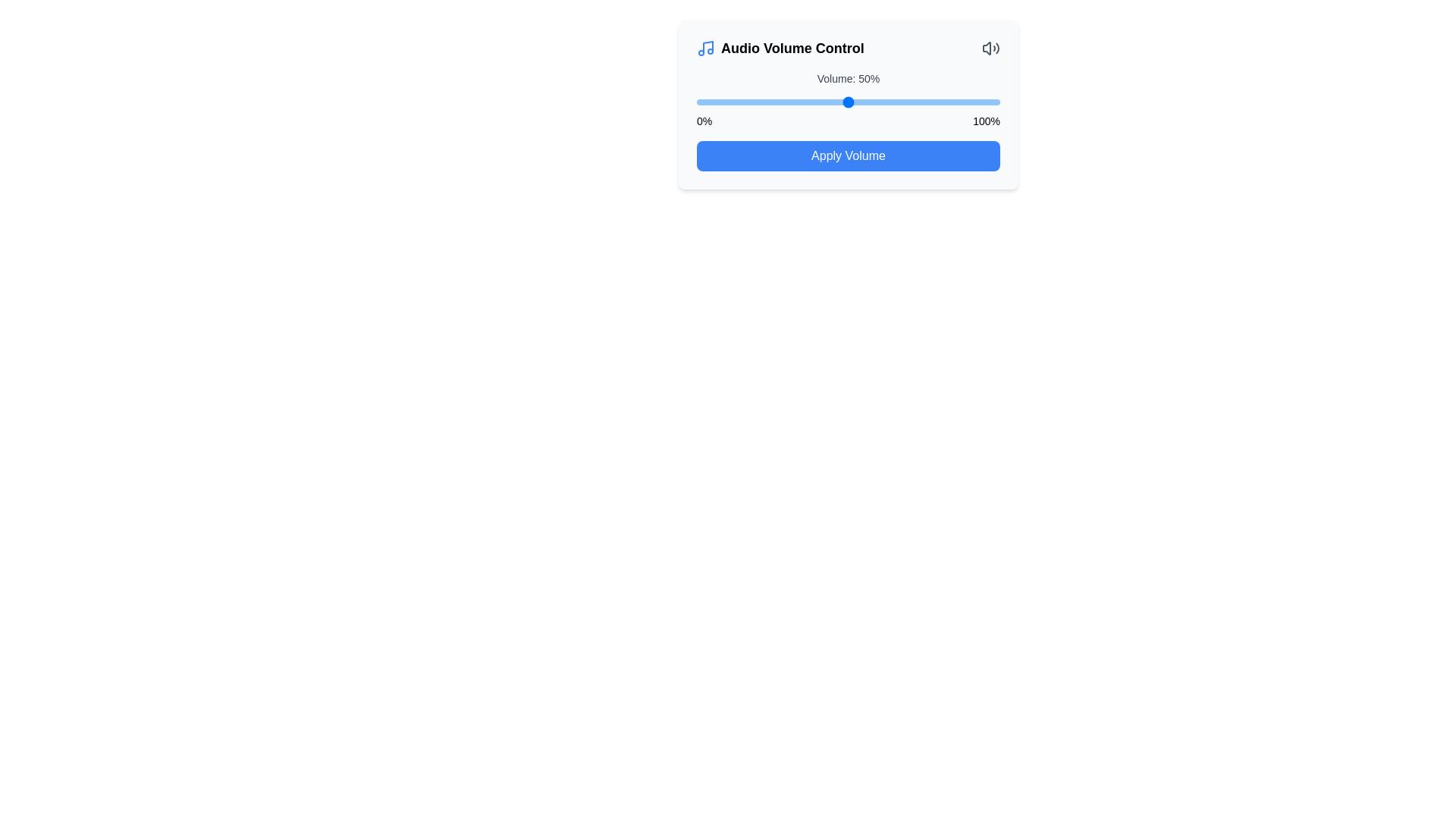 The height and width of the screenshot is (819, 1456). I want to click on the volume, so click(860, 102).